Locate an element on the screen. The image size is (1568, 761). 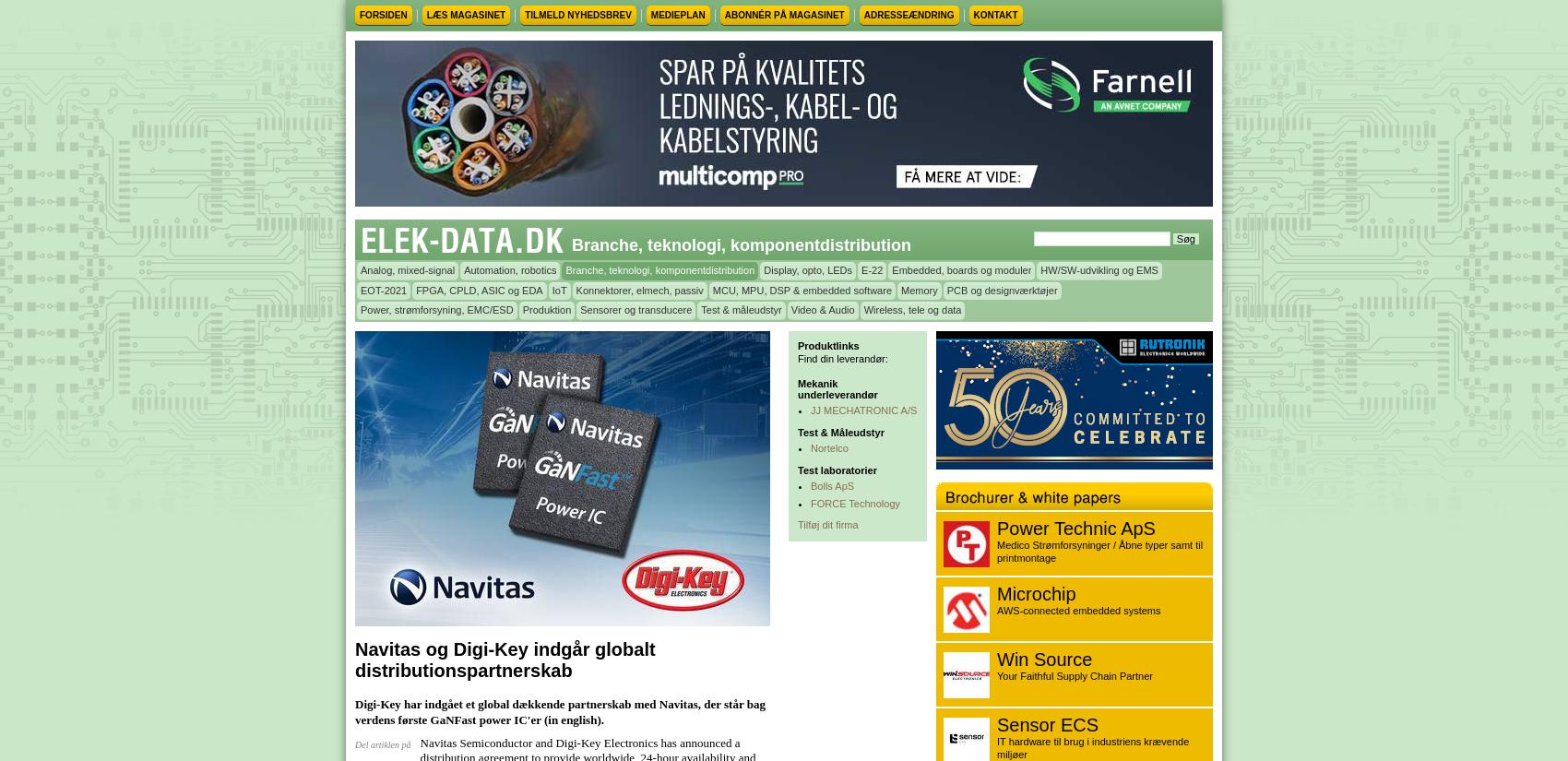
'Konnektorer, elmech, passiv' is located at coordinates (638, 289).